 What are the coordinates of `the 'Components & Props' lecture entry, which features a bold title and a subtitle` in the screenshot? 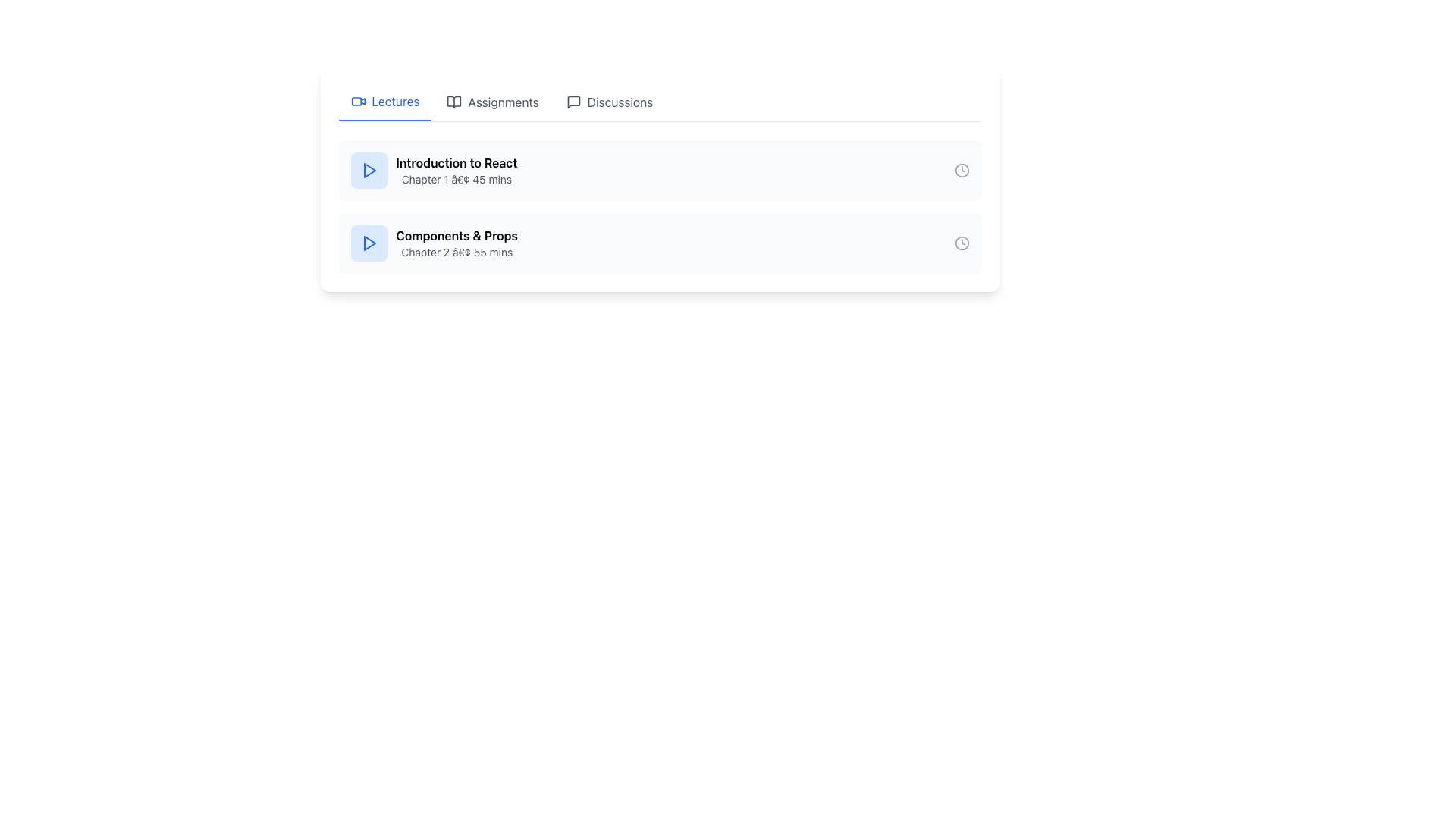 It's located at (456, 242).